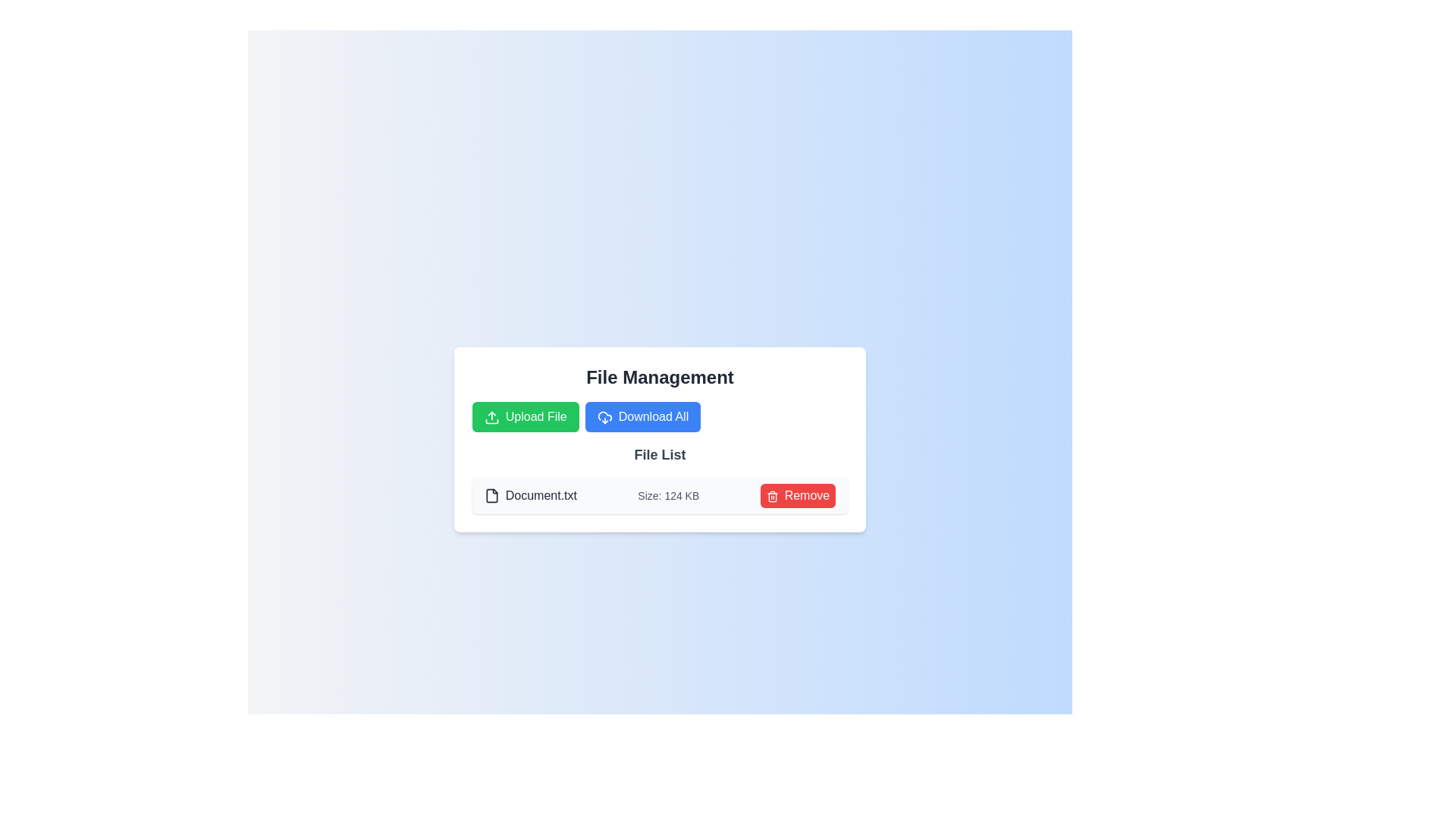 Image resolution: width=1456 pixels, height=819 pixels. I want to click on the 'File List' text label, which is a bold, large gray text element positioned centrally above the list of files and below the 'Upload File' and 'Download All' buttons, so click(660, 454).